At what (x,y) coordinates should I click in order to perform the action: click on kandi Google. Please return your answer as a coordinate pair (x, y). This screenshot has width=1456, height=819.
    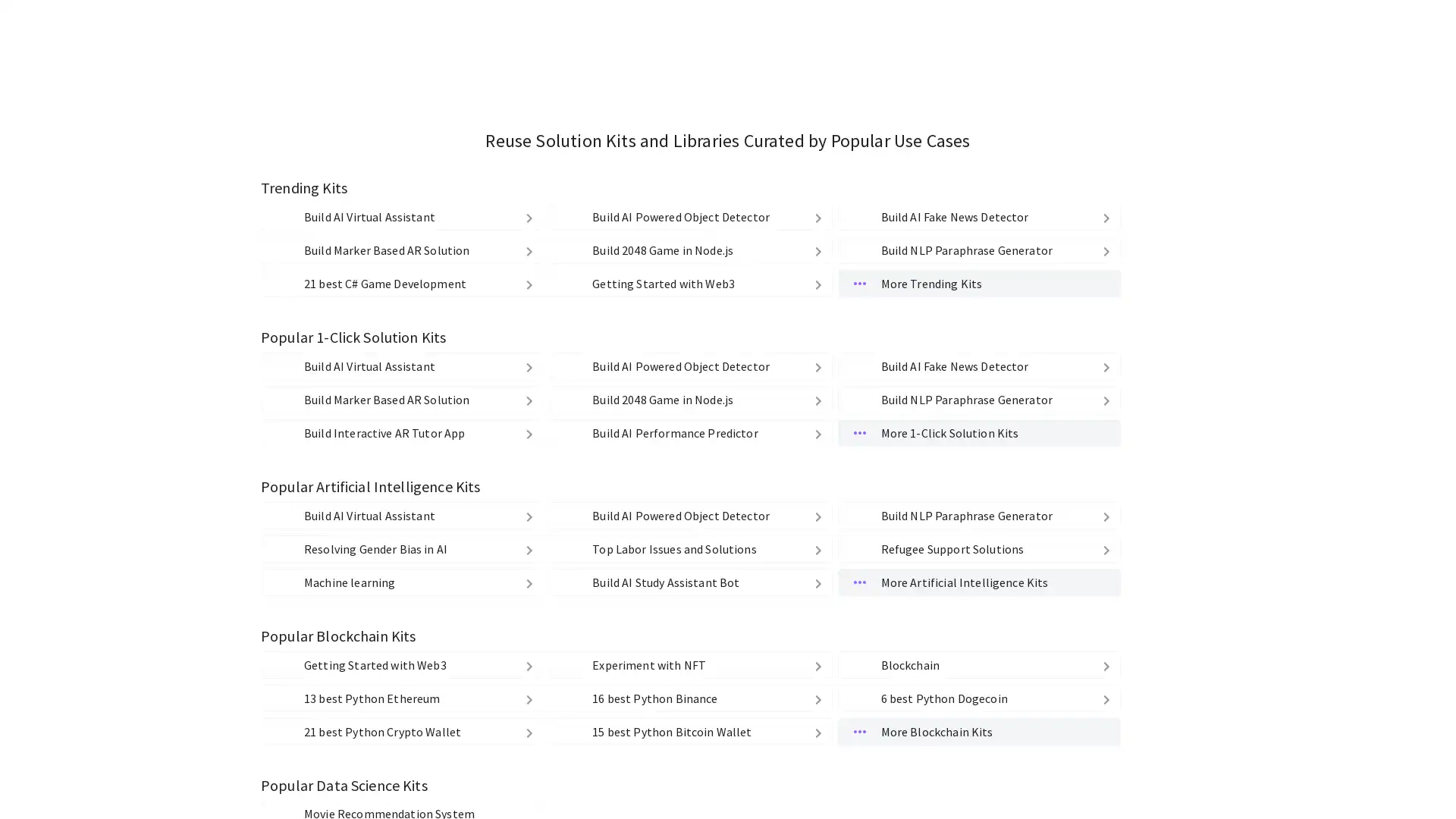
    Looking at the image, I should click on (1293, 51).